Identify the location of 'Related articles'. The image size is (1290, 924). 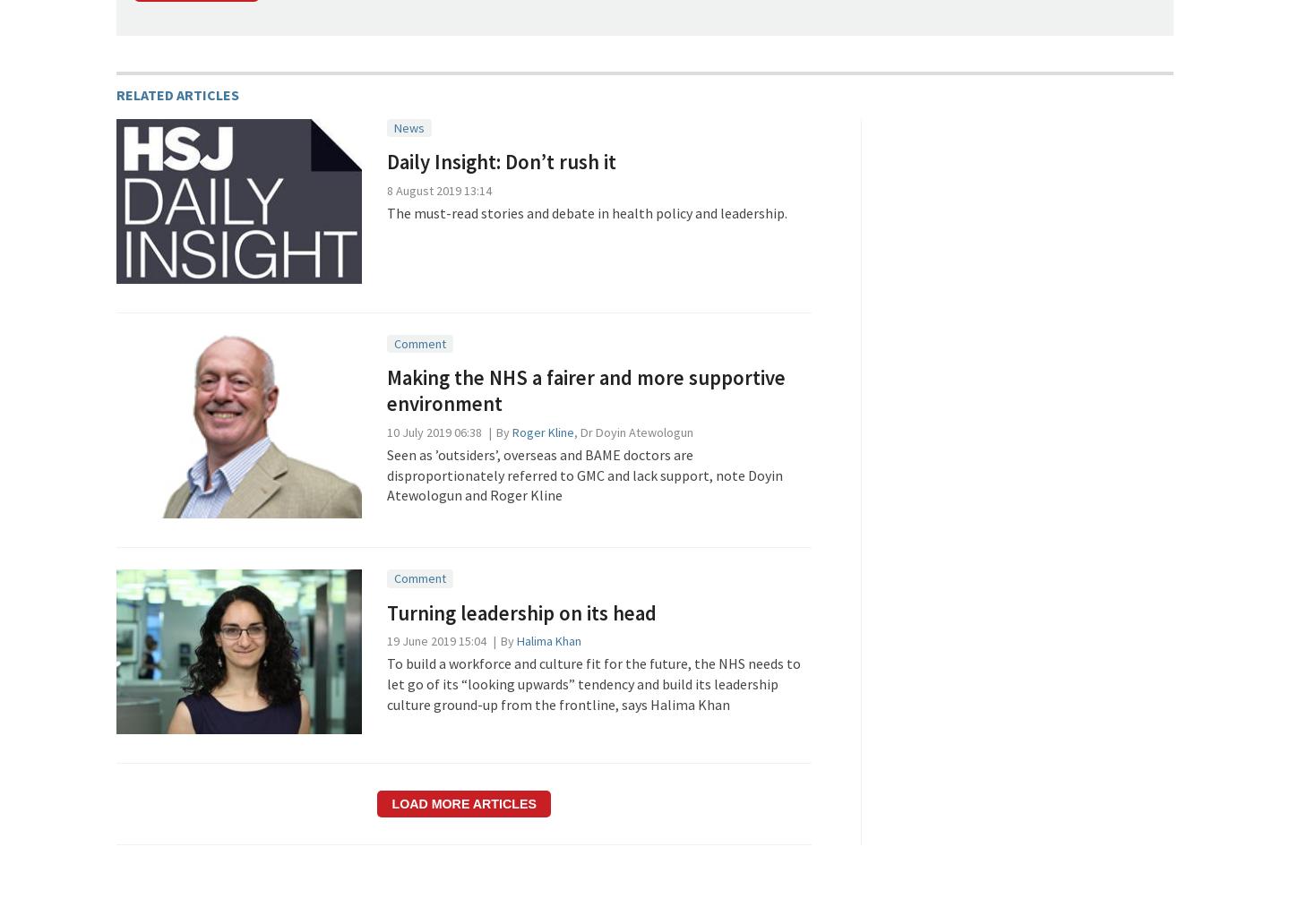
(177, 94).